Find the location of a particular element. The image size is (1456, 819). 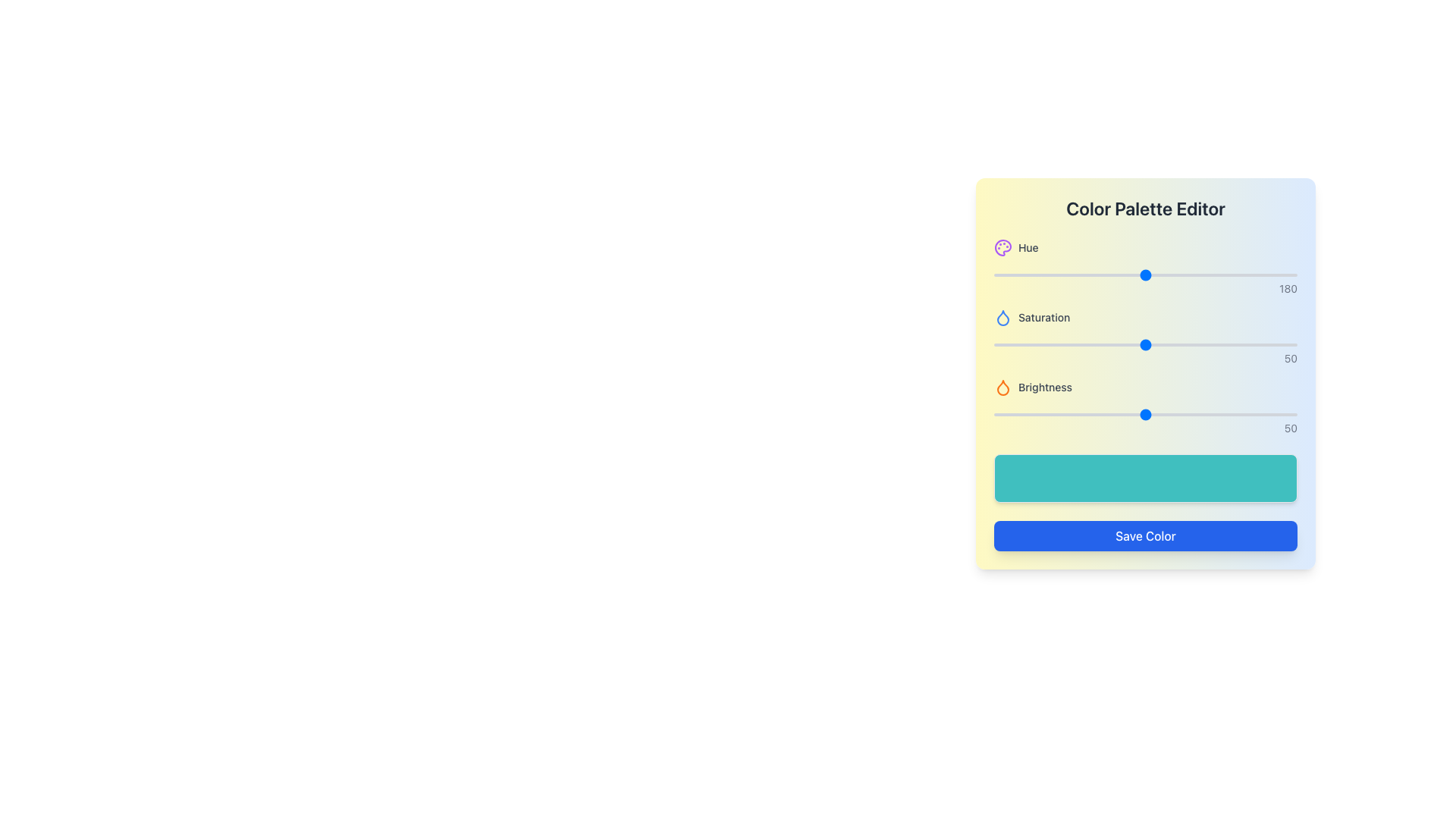

the saturation level is located at coordinates (1260, 345).